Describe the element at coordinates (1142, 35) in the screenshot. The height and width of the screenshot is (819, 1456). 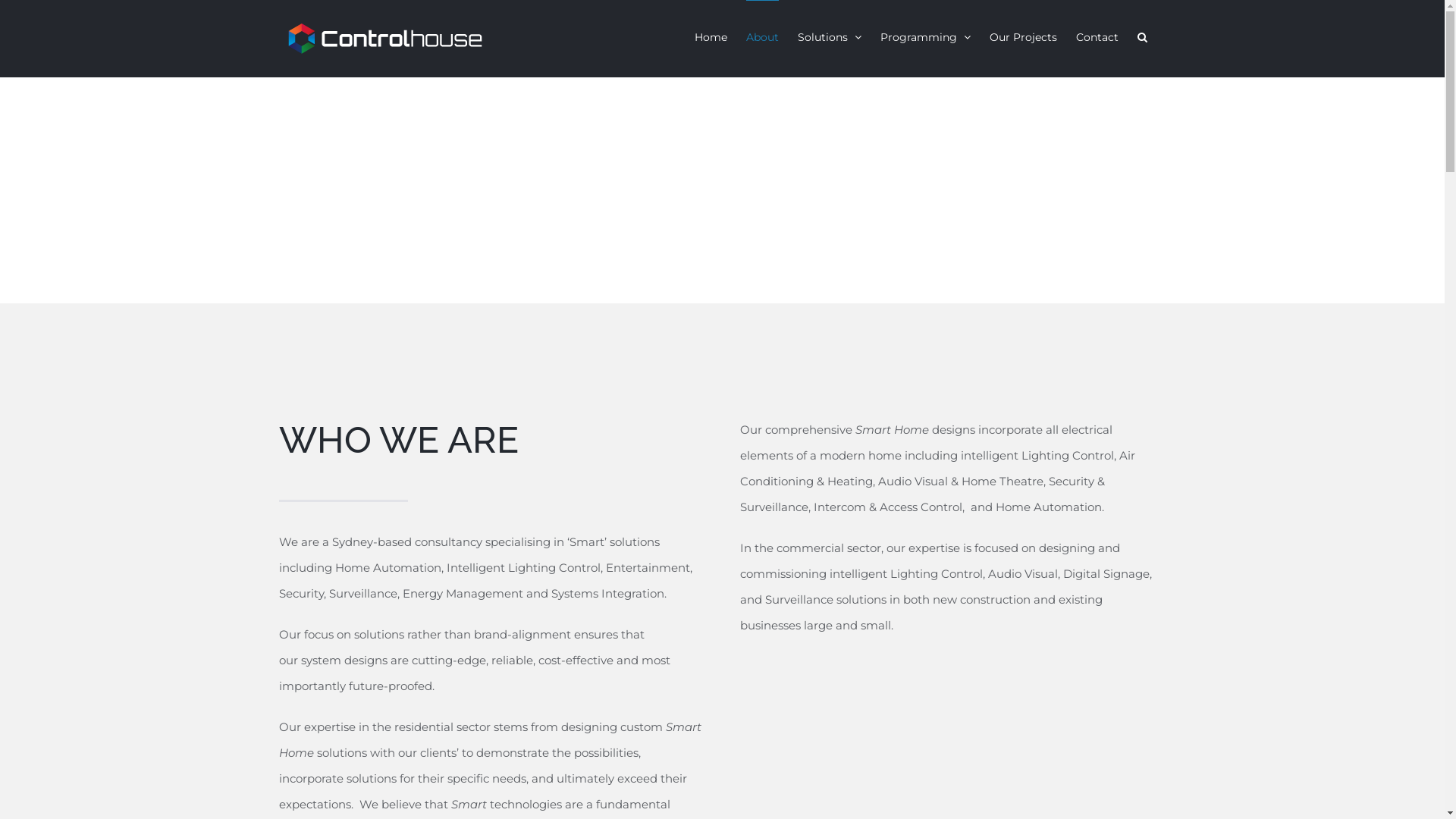
I see `'Search'` at that location.